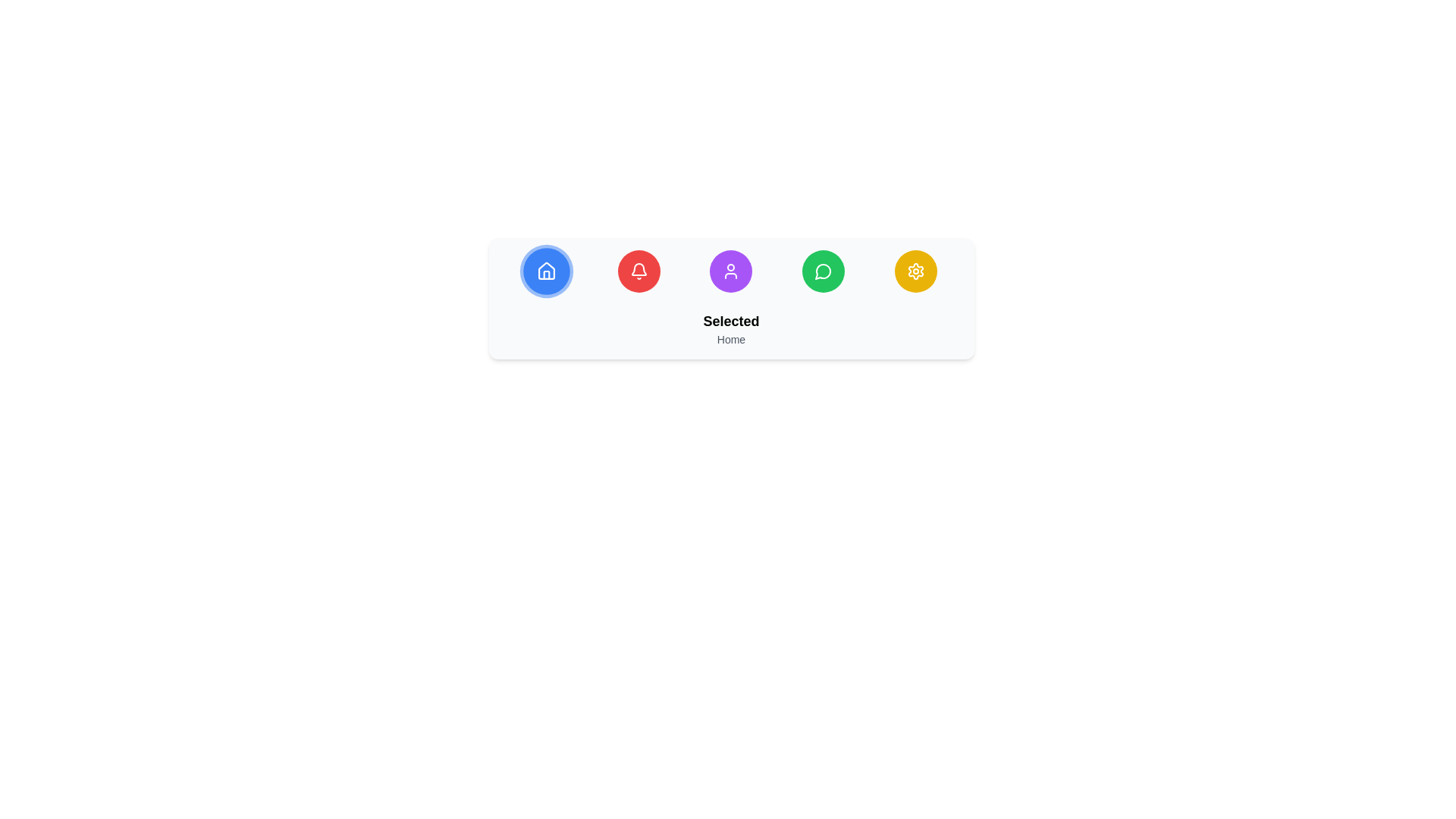 This screenshot has height=819, width=1456. I want to click on the house icon button, which is styled in a minimalist design and located within a circular blue background, positioned as the farthest left option among a row of icons, so click(546, 271).